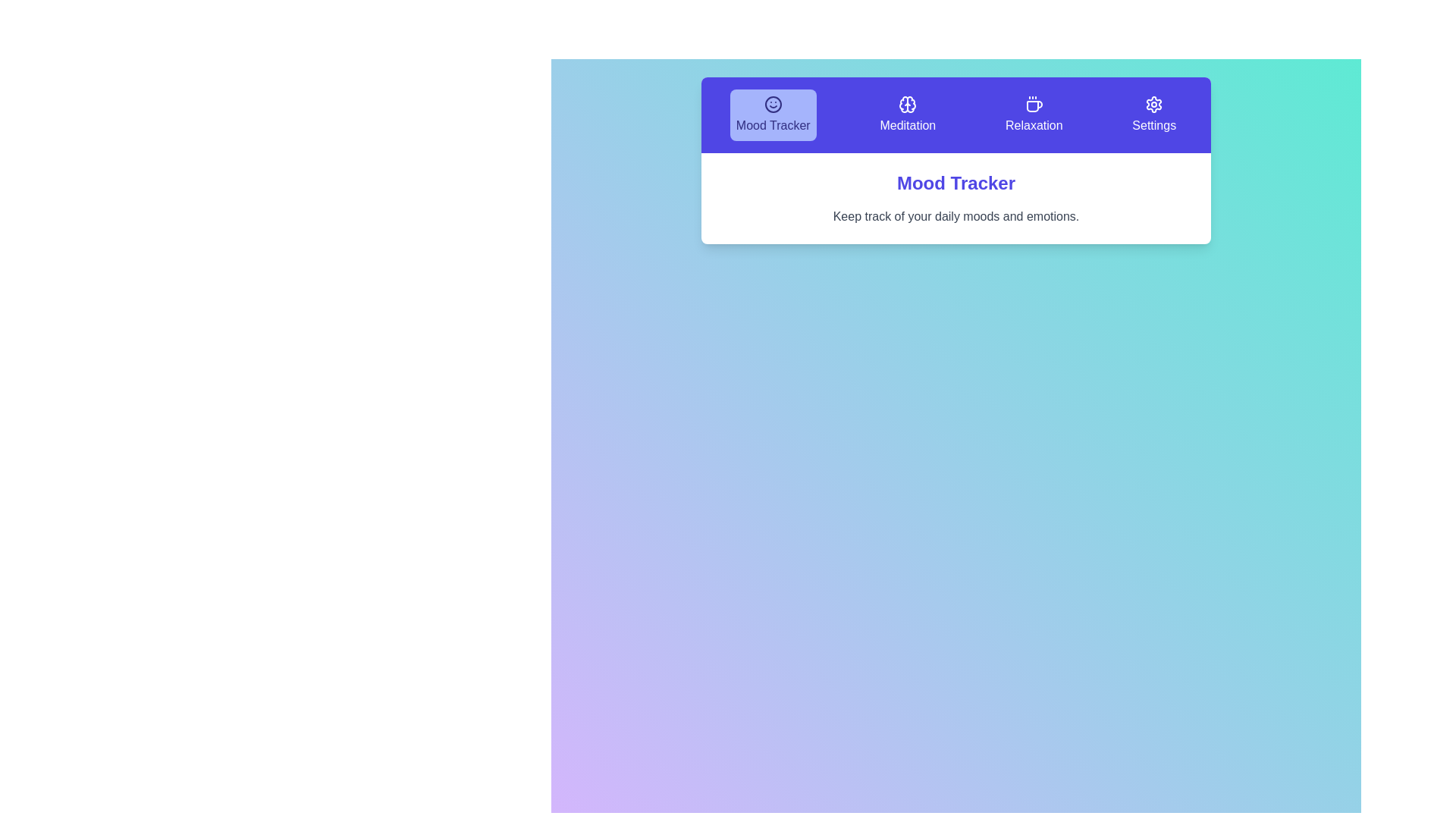  Describe the element at coordinates (955, 216) in the screenshot. I see `introductory text element located directly under the bold phrase 'Mood Tracker' which is styled in gray font` at that location.